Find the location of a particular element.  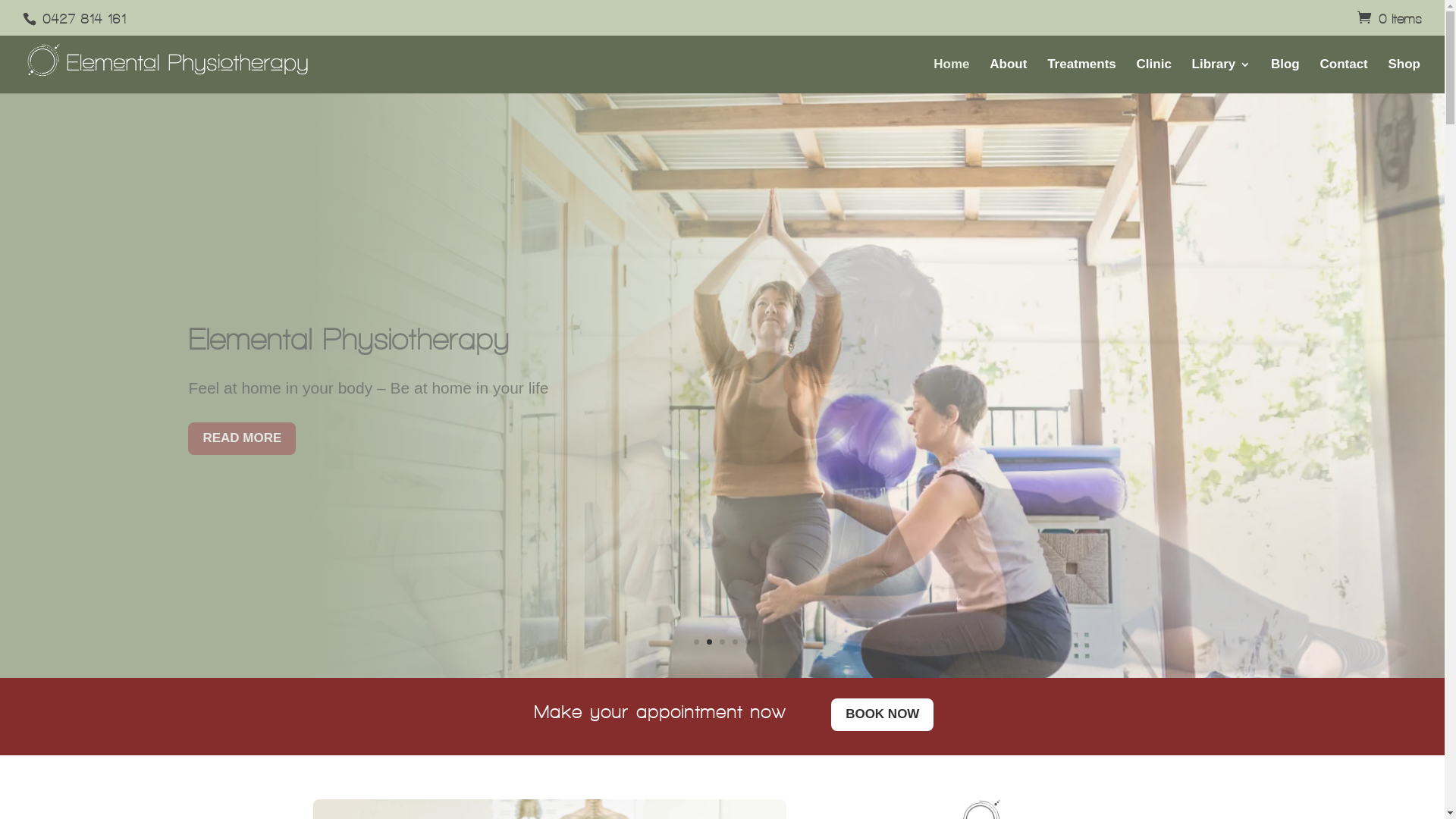

'Contact' is located at coordinates (1343, 76).